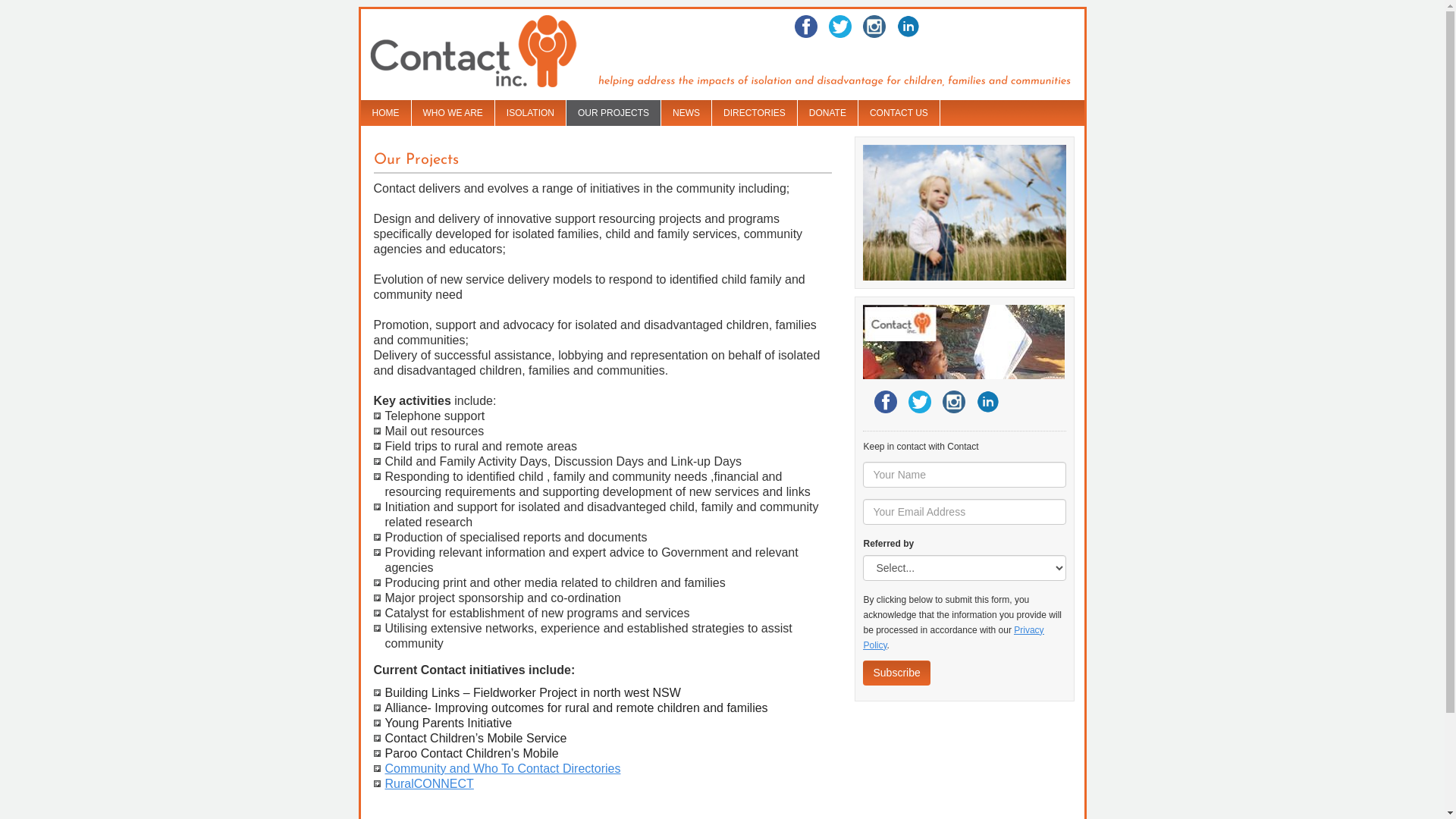  I want to click on 'Subscribe', so click(896, 672).